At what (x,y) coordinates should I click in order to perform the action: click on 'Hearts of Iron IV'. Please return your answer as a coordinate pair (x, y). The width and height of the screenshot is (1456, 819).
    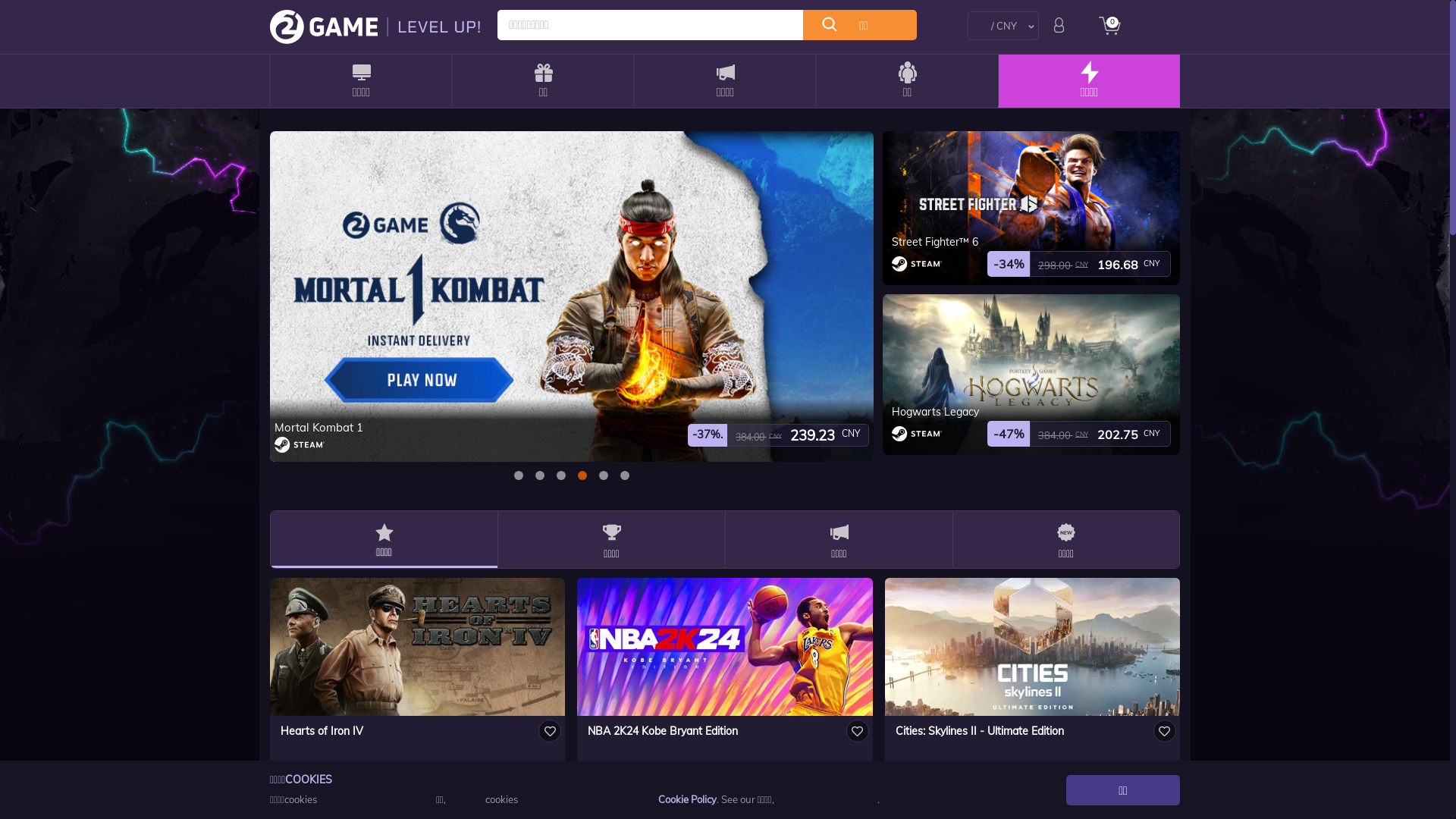
    Looking at the image, I should click on (280, 730).